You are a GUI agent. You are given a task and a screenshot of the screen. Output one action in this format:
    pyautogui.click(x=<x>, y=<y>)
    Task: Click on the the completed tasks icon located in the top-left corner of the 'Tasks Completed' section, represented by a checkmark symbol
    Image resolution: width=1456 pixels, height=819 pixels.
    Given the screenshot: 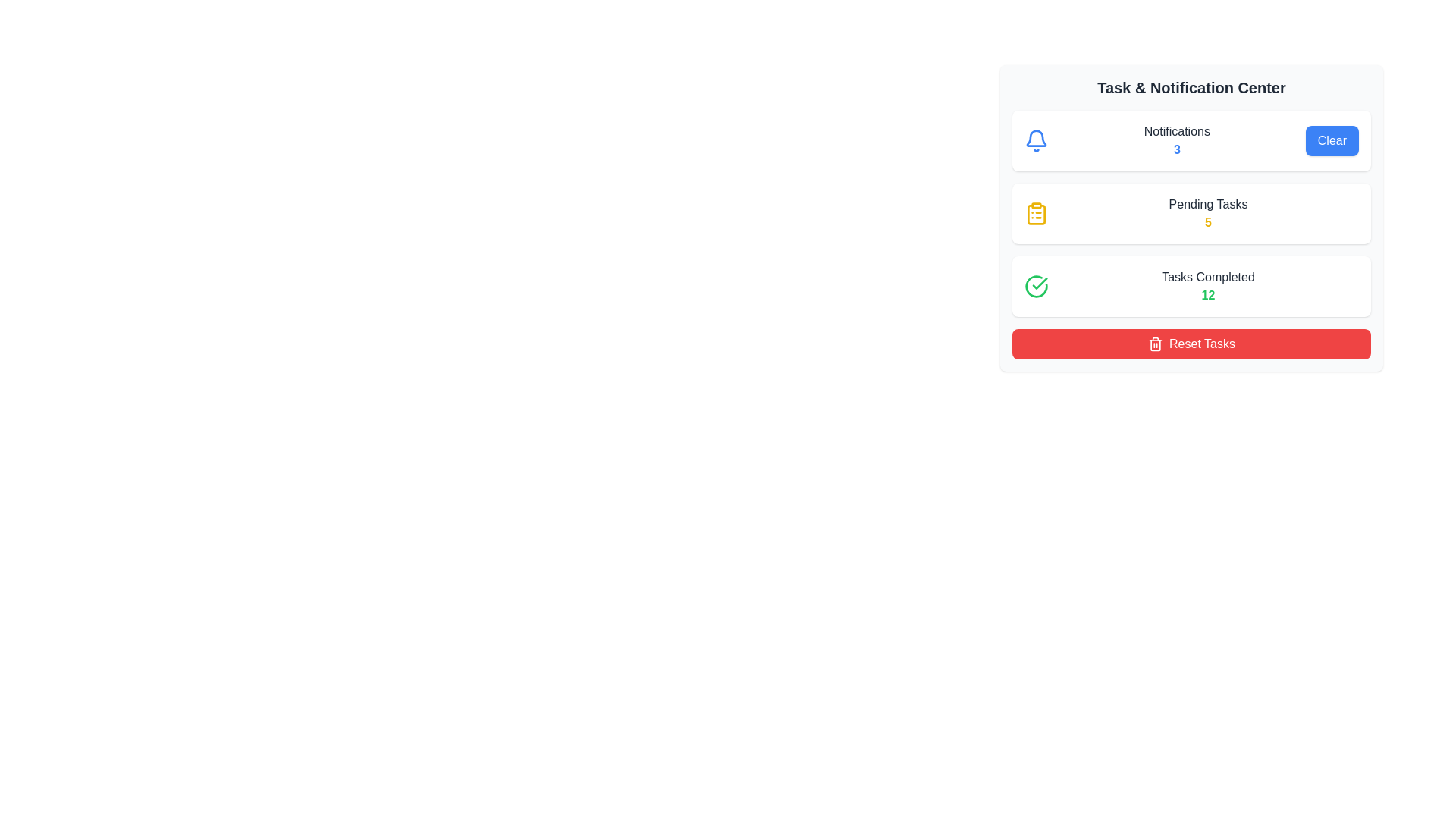 What is the action you would take?
    pyautogui.click(x=1036, y=287)
    